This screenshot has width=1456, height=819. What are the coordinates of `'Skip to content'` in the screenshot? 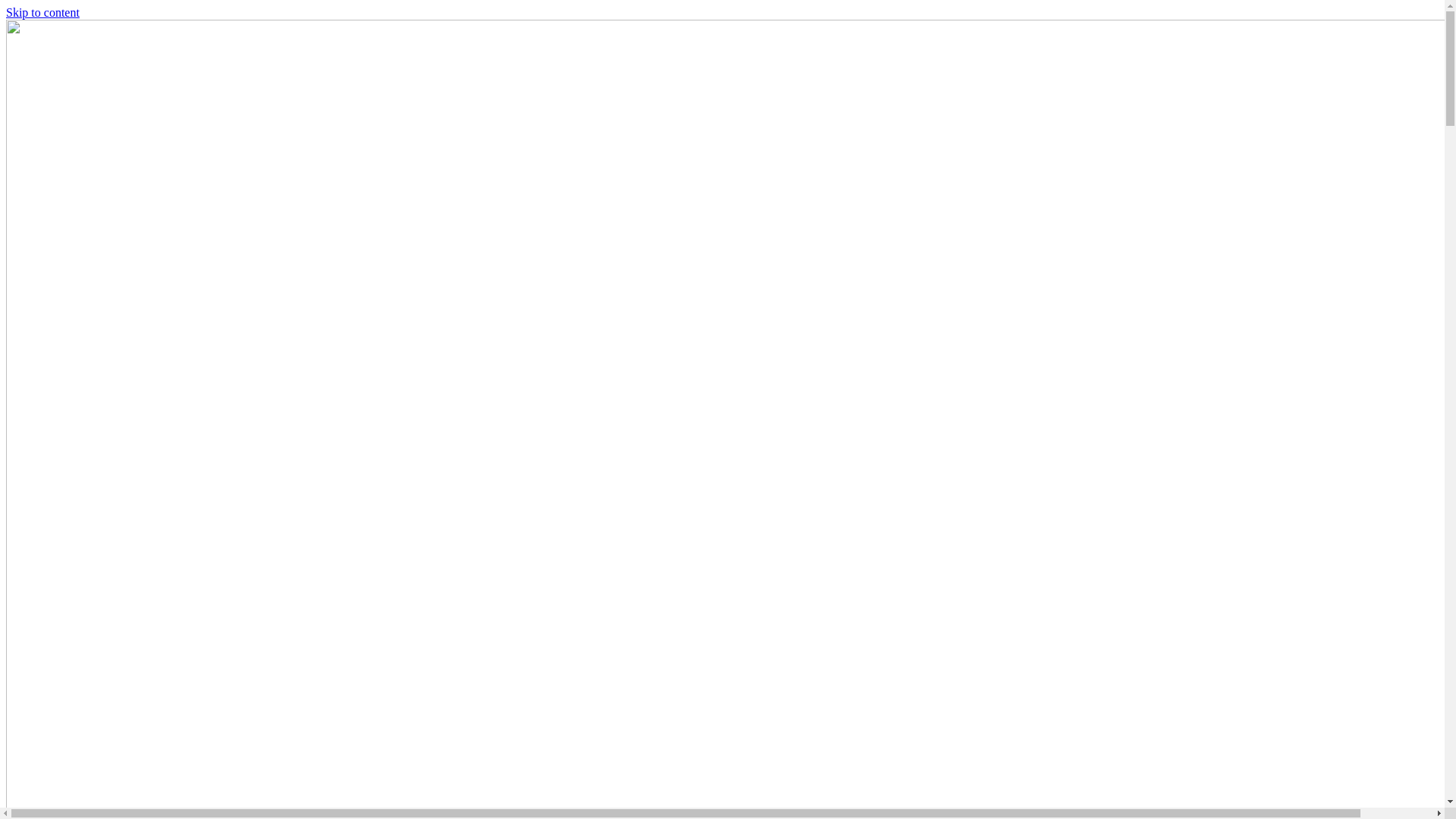 It's located at (6, 12).